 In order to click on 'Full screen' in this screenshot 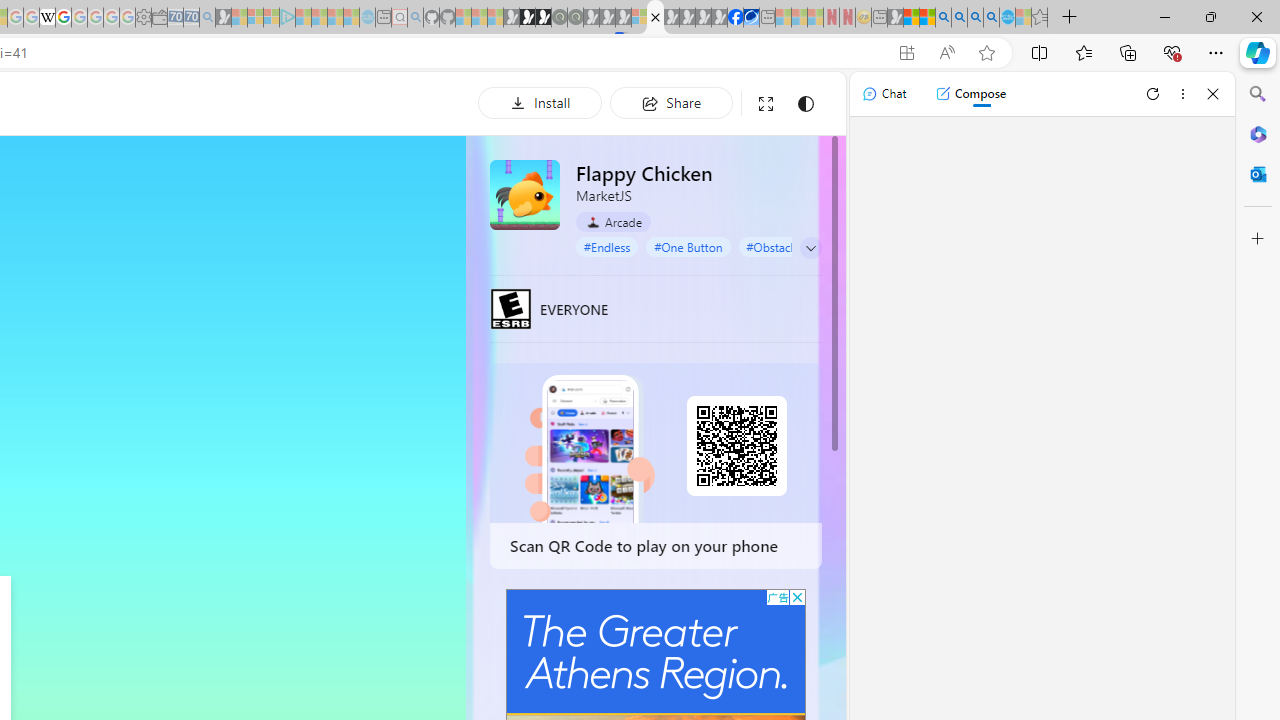, I will do `click(764, 103)`.